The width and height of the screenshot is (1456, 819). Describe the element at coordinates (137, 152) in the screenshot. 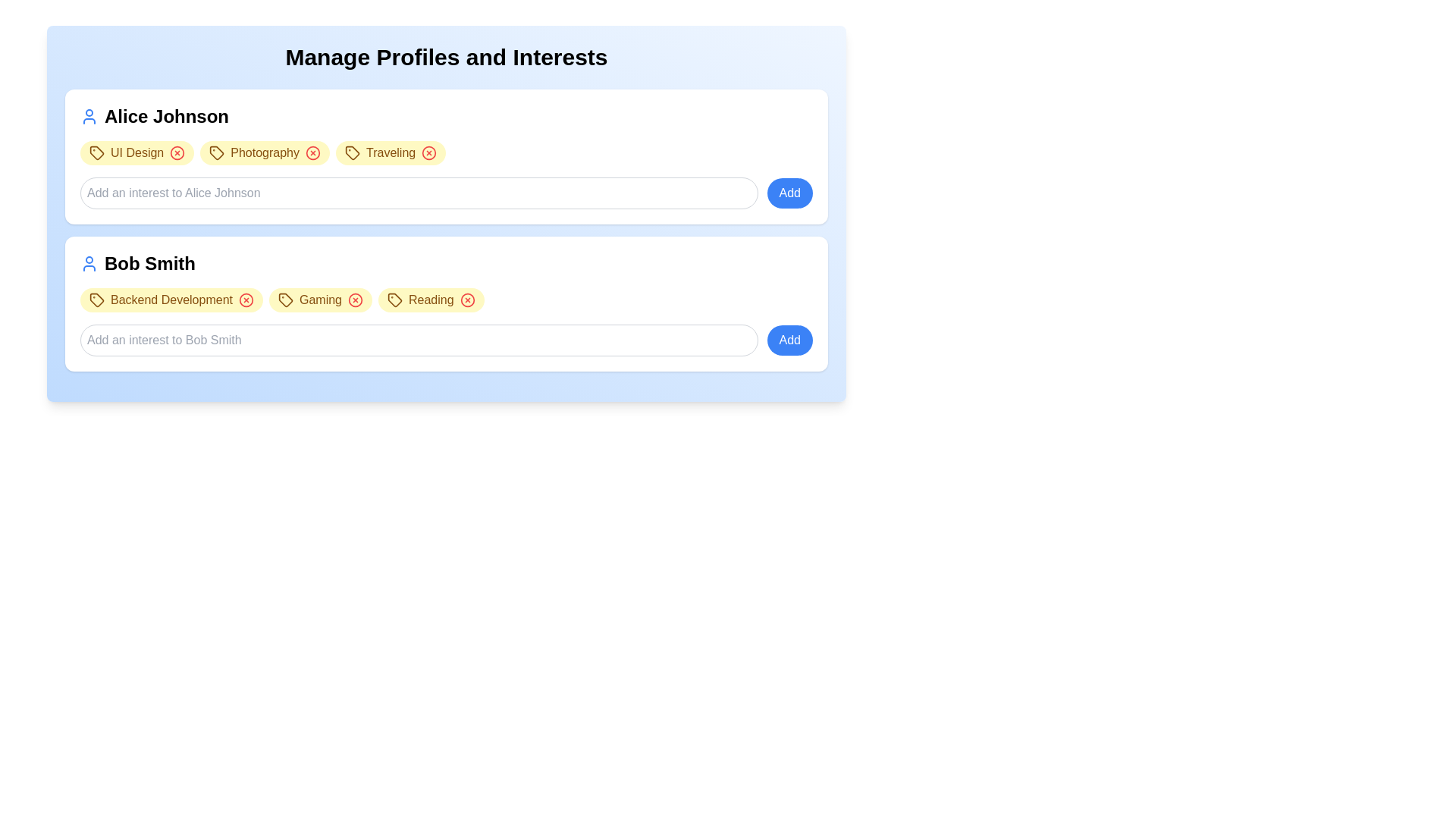

I see `the pill-shaped tag with a yellow background labeled 'UI Design'` at that location.